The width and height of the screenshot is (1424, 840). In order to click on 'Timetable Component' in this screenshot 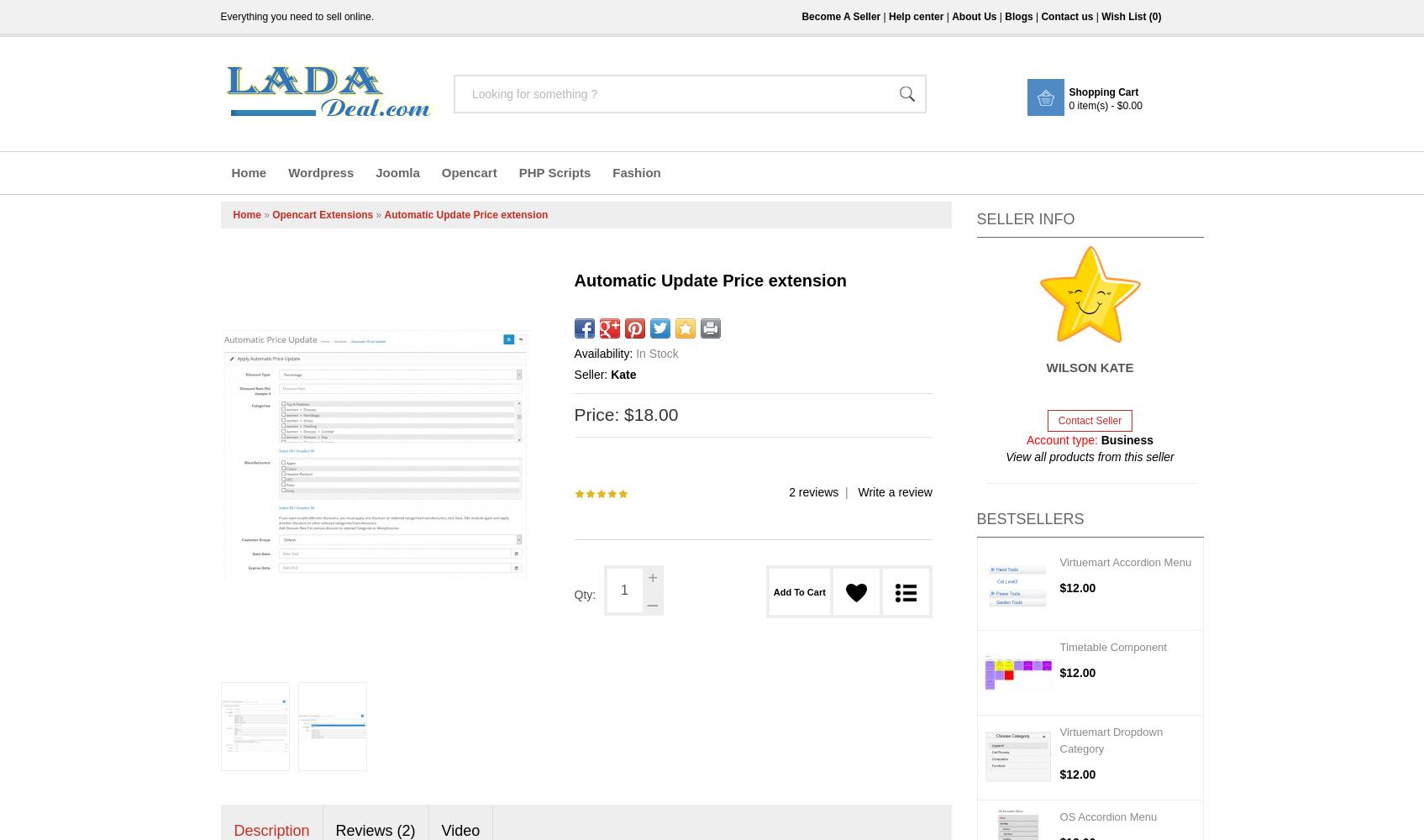, I will do `click(1112, 647)`.